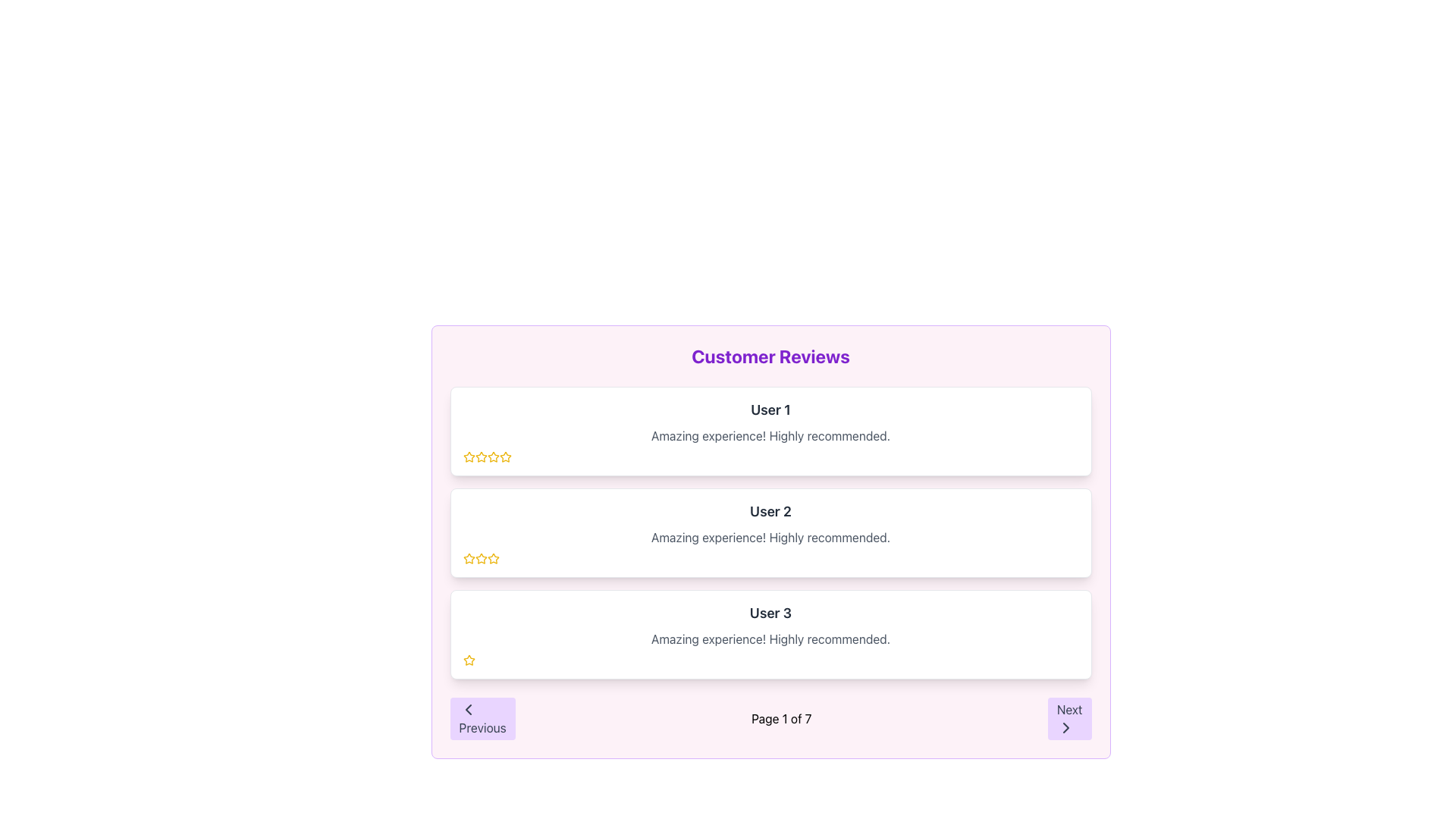 Image resolution: width=1456 pixels, height=819 pixels. Describe the element at coordinates (468, 558) in the screenshot. I see `the rating value by focusing on the first star in the five-star rating system in the 'Customer Reviews' section, positioned near the top left of the card for the second user` at that location.